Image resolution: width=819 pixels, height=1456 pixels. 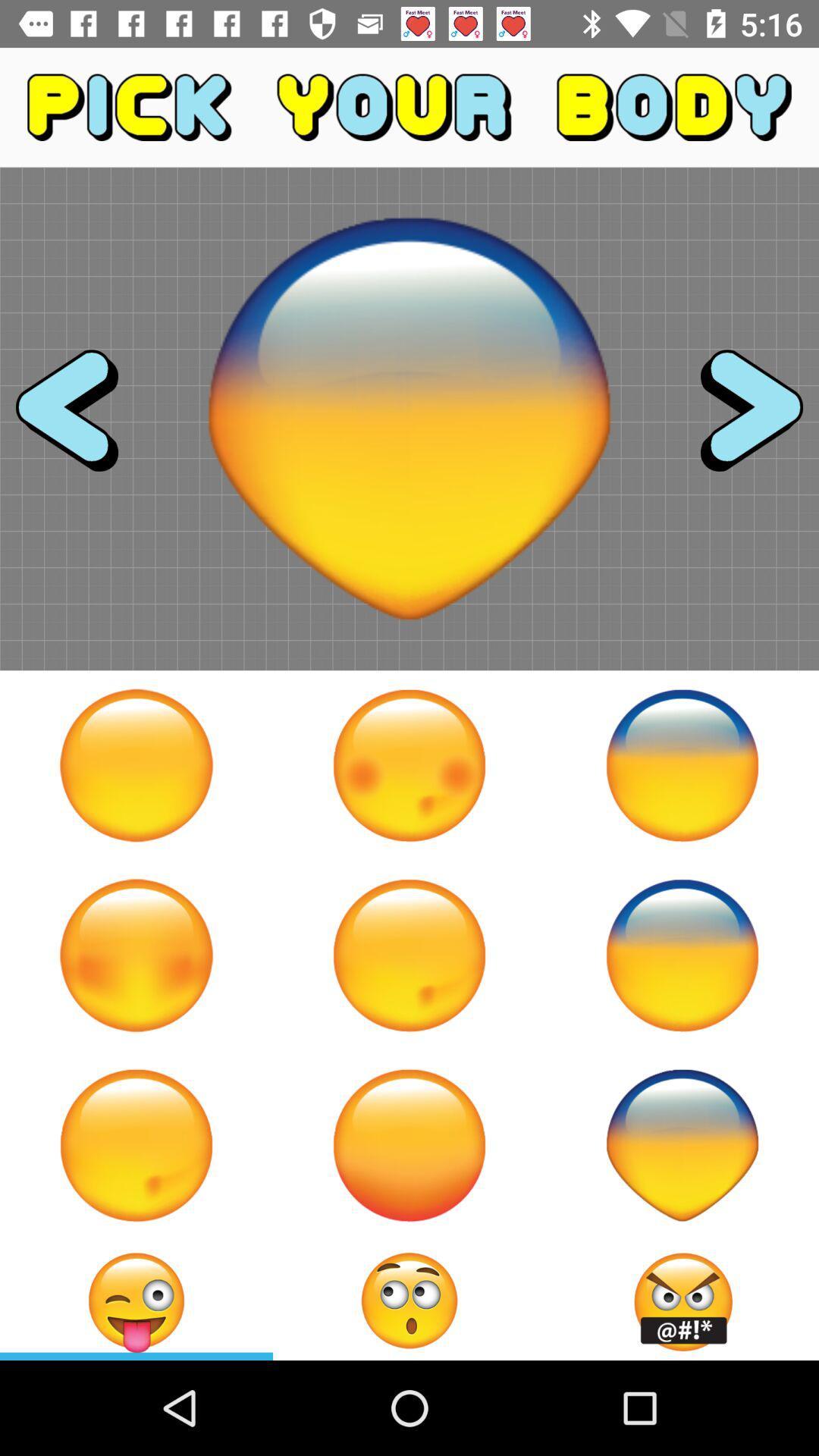 I want to click on choose body, so click(x=681, y=1145).